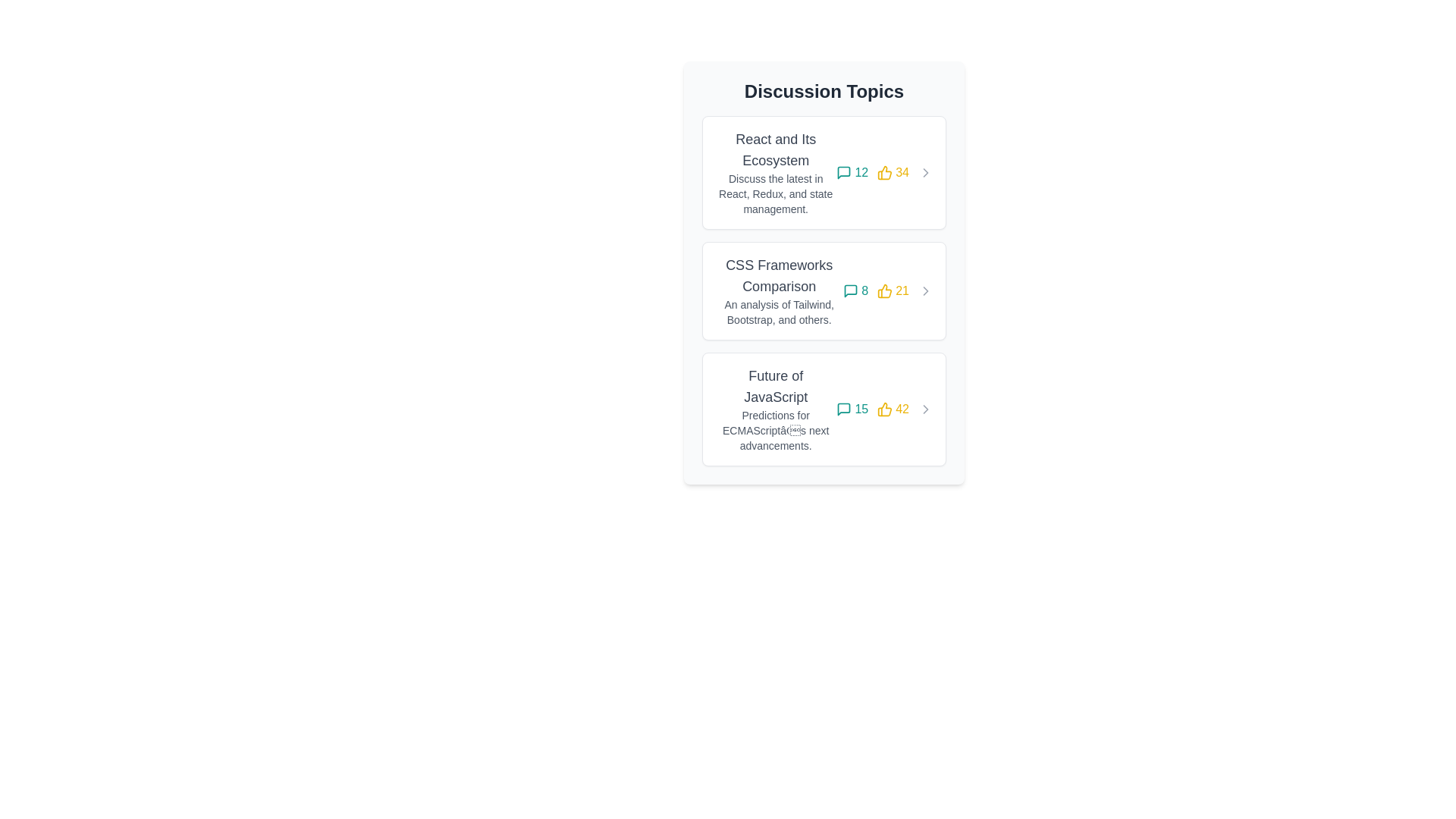 The image size is (1456, 819). What do you see at coordinates (885, 409) in the screenshot?
I see `the Thumbs-Up icon located in the third card of the 'Discussion Topics' list to express a like` at bounding box center [885, 409].